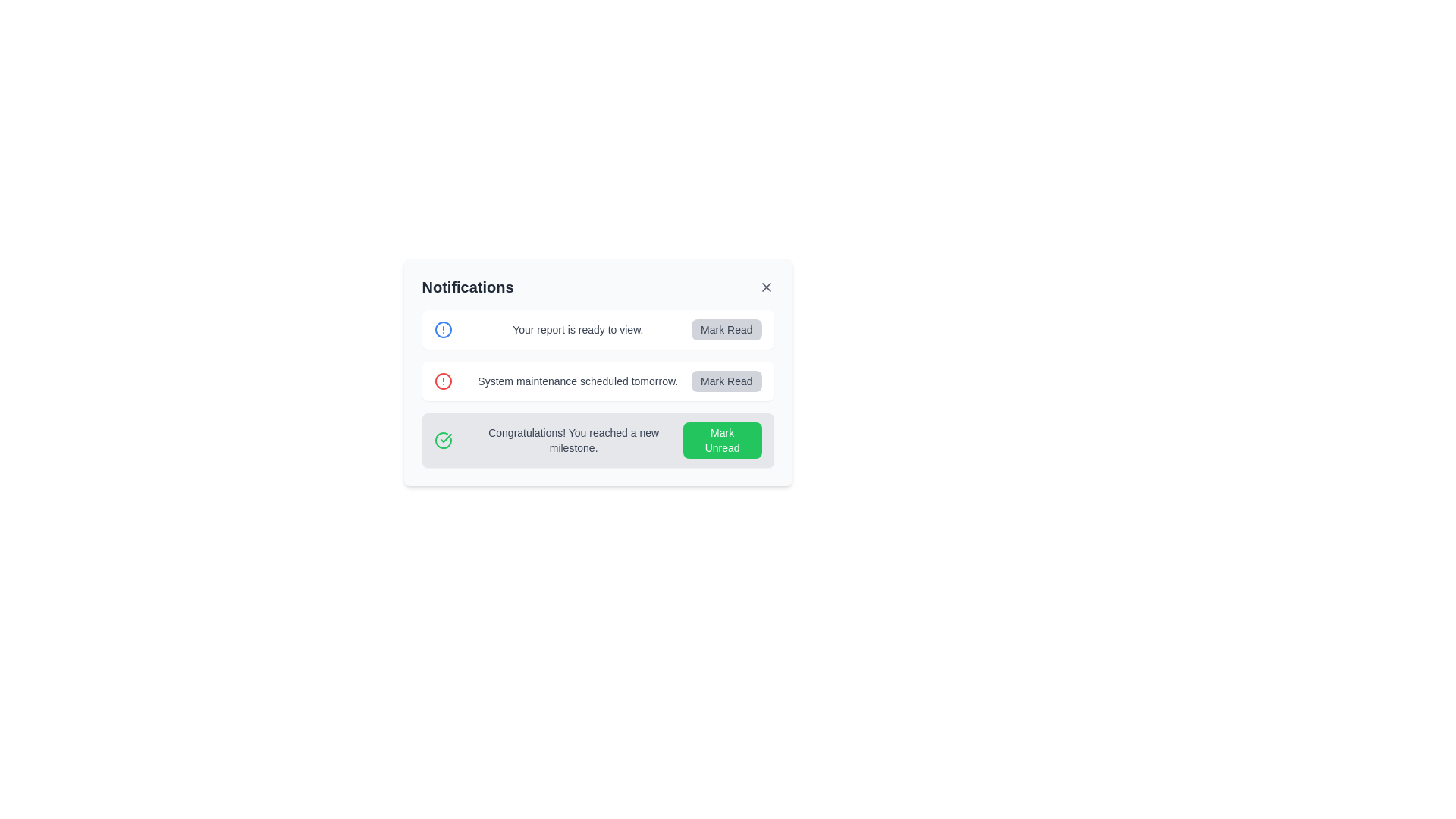 The height and width of the screenshot is (819, 1456). Describe the element at coordinates (573, 441) in the screenshot. I see `the congratulatory message text that is part of the notification system, located in the center area of the notification card` at that location.